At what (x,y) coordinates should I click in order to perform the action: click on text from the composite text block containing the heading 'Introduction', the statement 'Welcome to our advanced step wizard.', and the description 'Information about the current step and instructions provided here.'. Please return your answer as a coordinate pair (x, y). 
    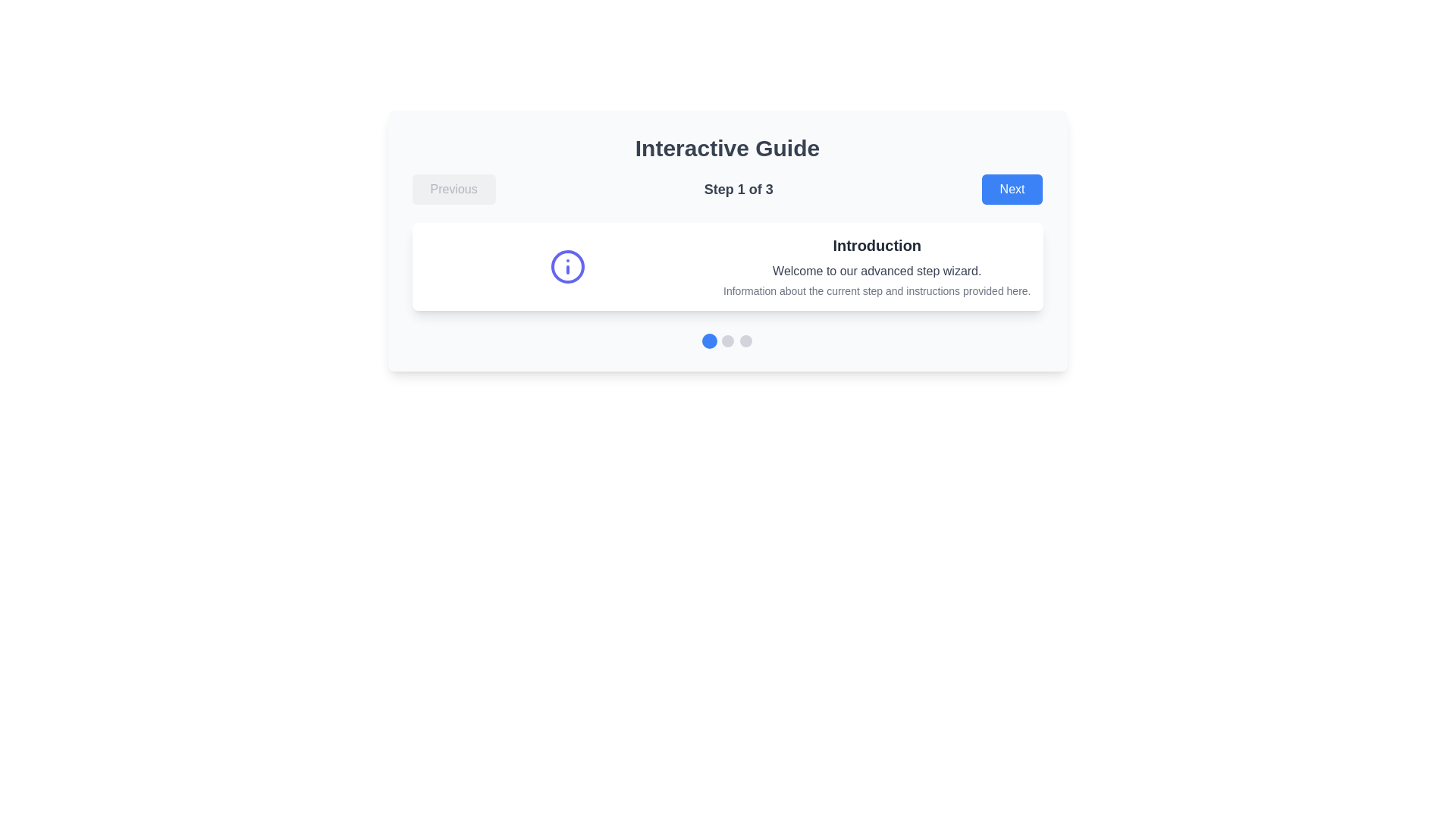
    Looking at the image, I should click on (877, 265).